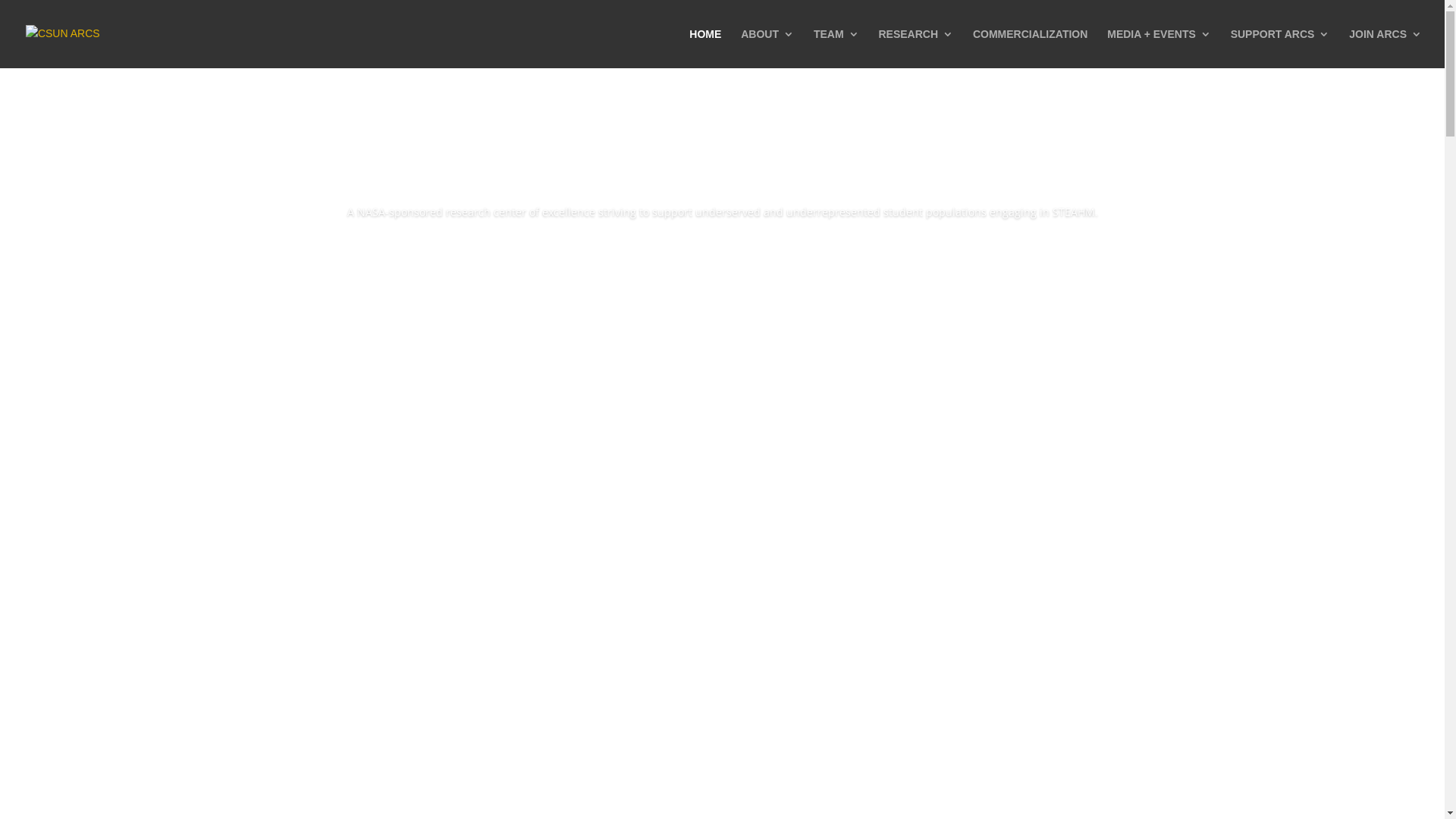 The height and width of the screenshot is (819, 1456). I want to click on 'ABOUT', so click(767, 48).